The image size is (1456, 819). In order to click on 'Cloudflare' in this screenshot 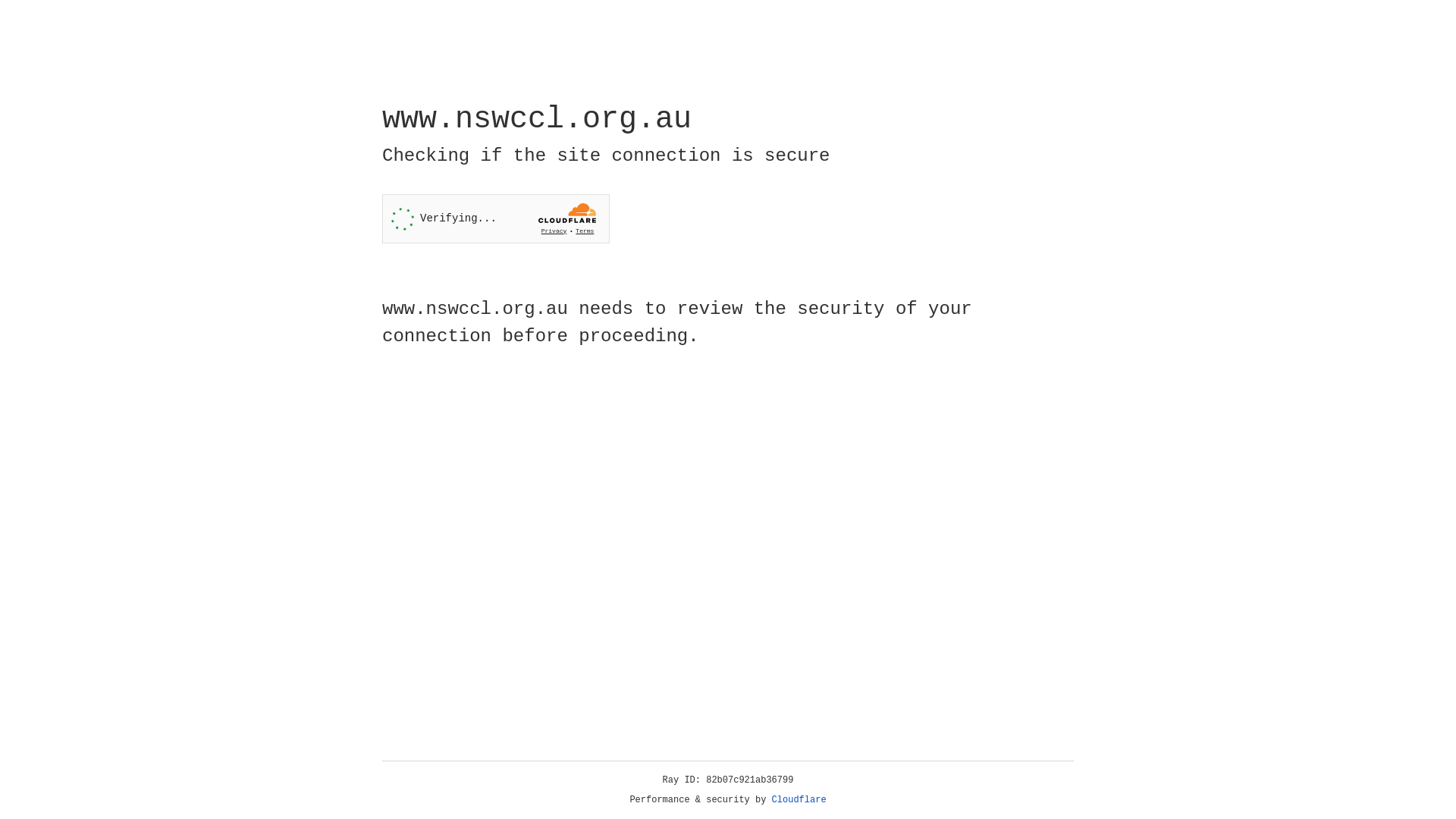, I will do `click(799, 799)`.